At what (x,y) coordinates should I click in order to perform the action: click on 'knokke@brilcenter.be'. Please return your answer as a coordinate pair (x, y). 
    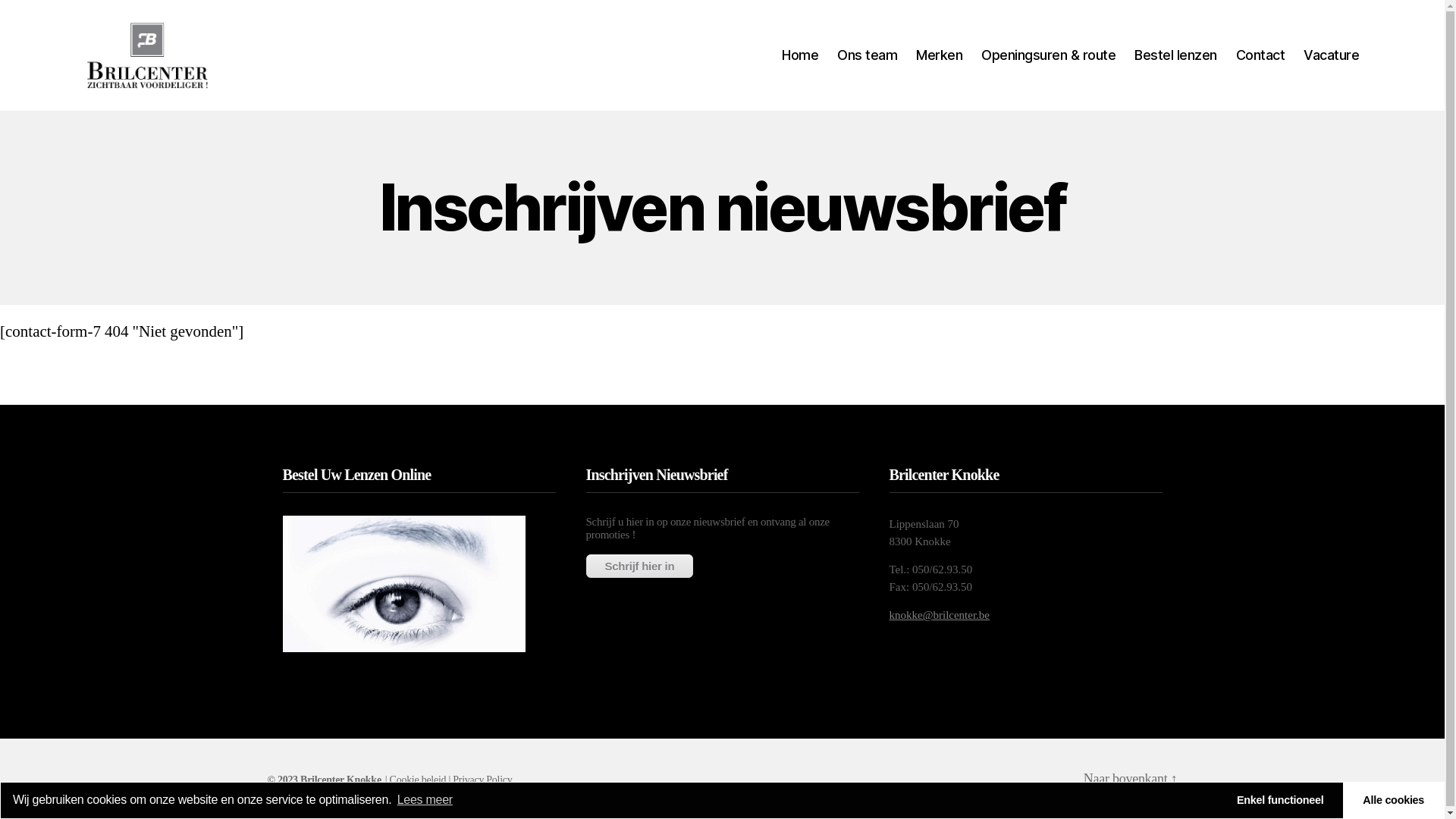
    Looking at the image, I should click on (938, 614).